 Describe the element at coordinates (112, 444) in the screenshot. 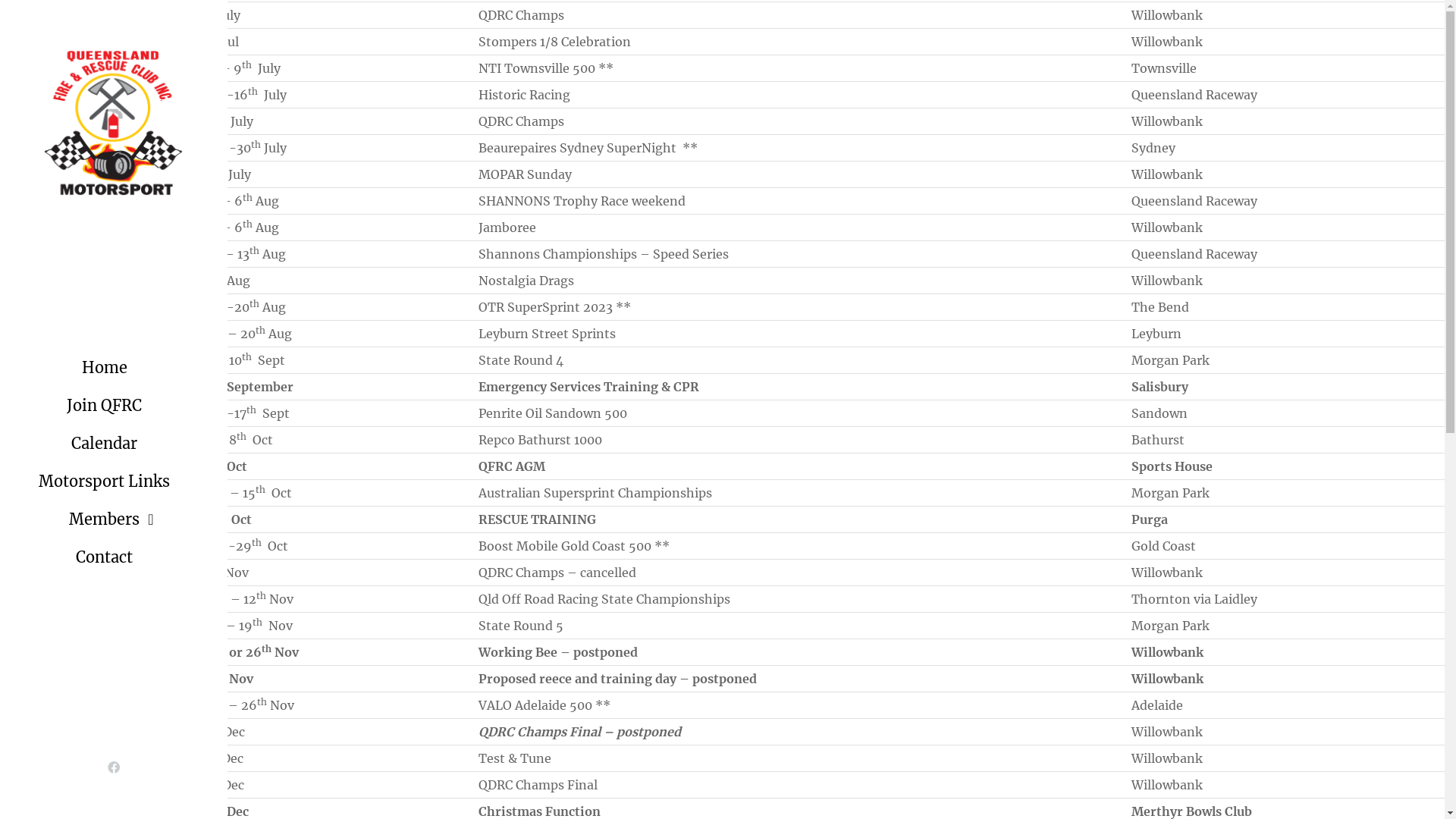

I see `'Calendar'` at that location.